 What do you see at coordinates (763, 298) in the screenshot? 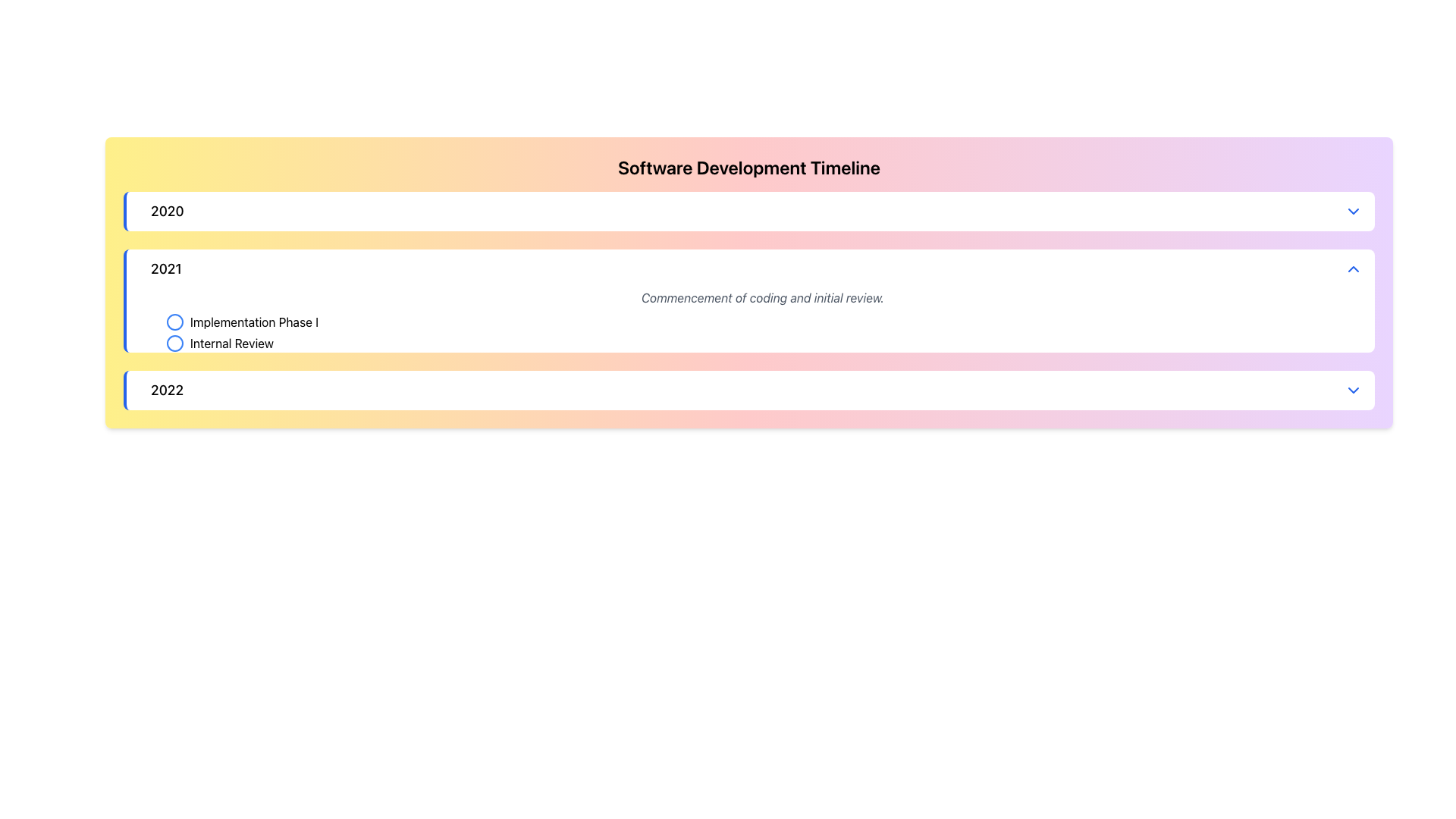
I see `the text label that reads 'Commencement of coding and initial review.' styled in italicized gray font, located under the year 2021 in the timeline interface` at bounding box center [763, 298].